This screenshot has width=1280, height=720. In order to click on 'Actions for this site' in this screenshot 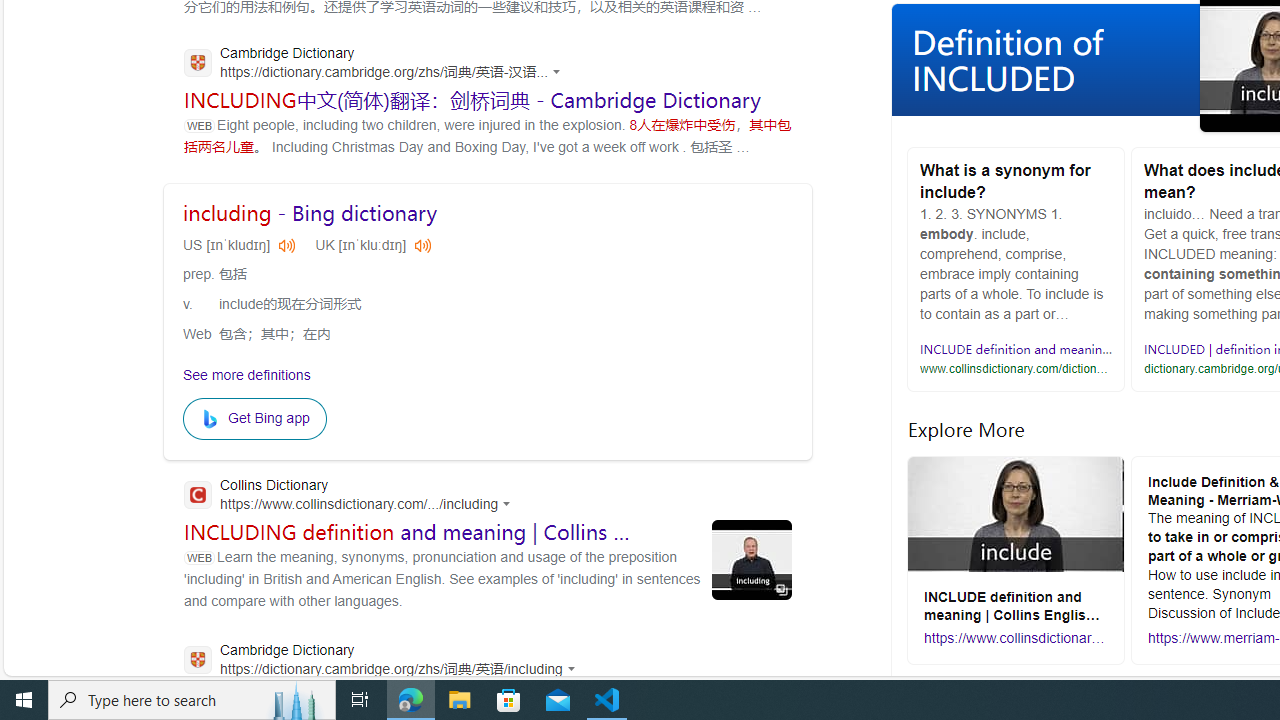, I will do `click(573, 668)`.